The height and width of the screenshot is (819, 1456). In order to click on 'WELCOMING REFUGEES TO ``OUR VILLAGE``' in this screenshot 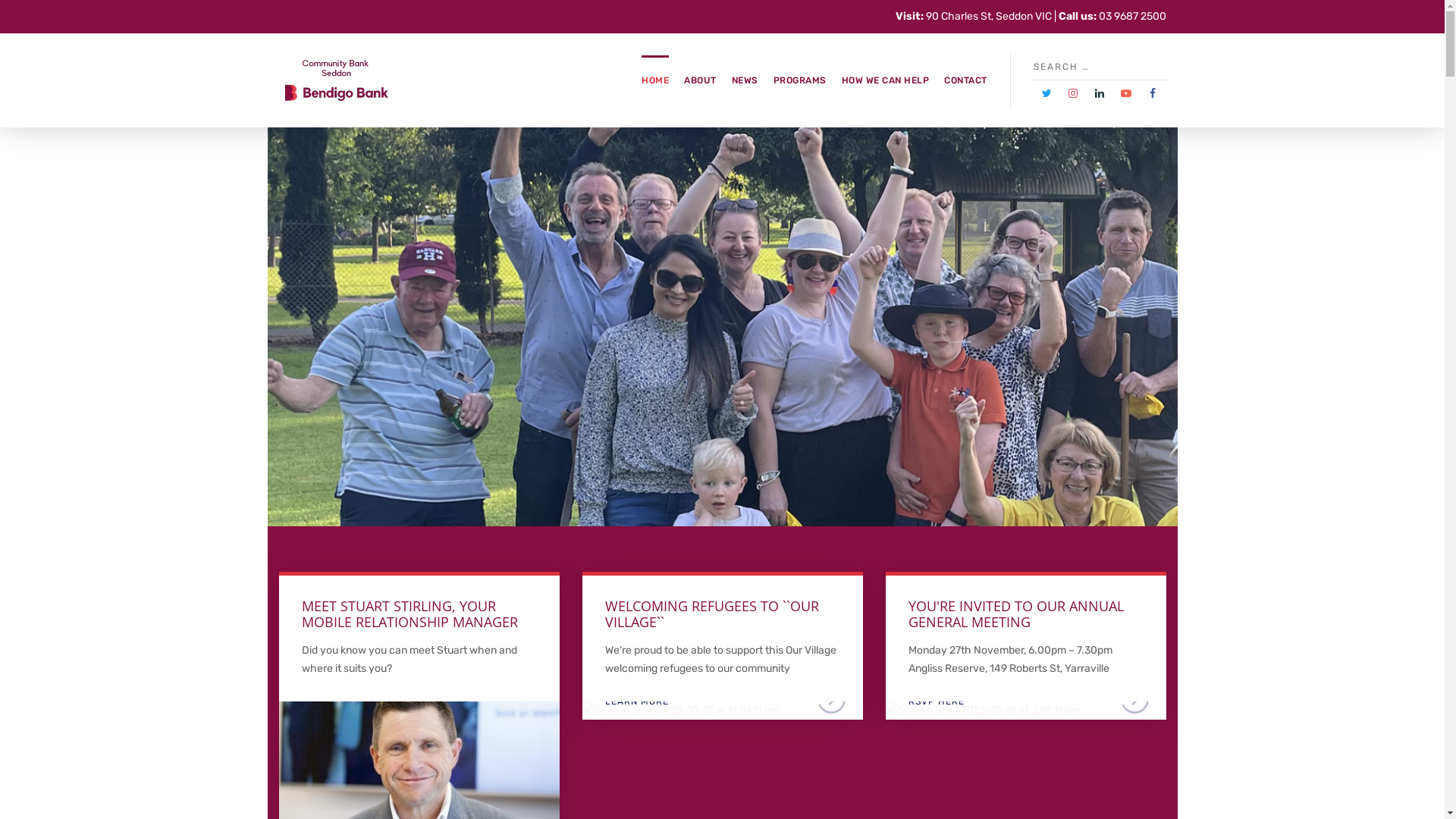, I will do `click(711, 613)`.